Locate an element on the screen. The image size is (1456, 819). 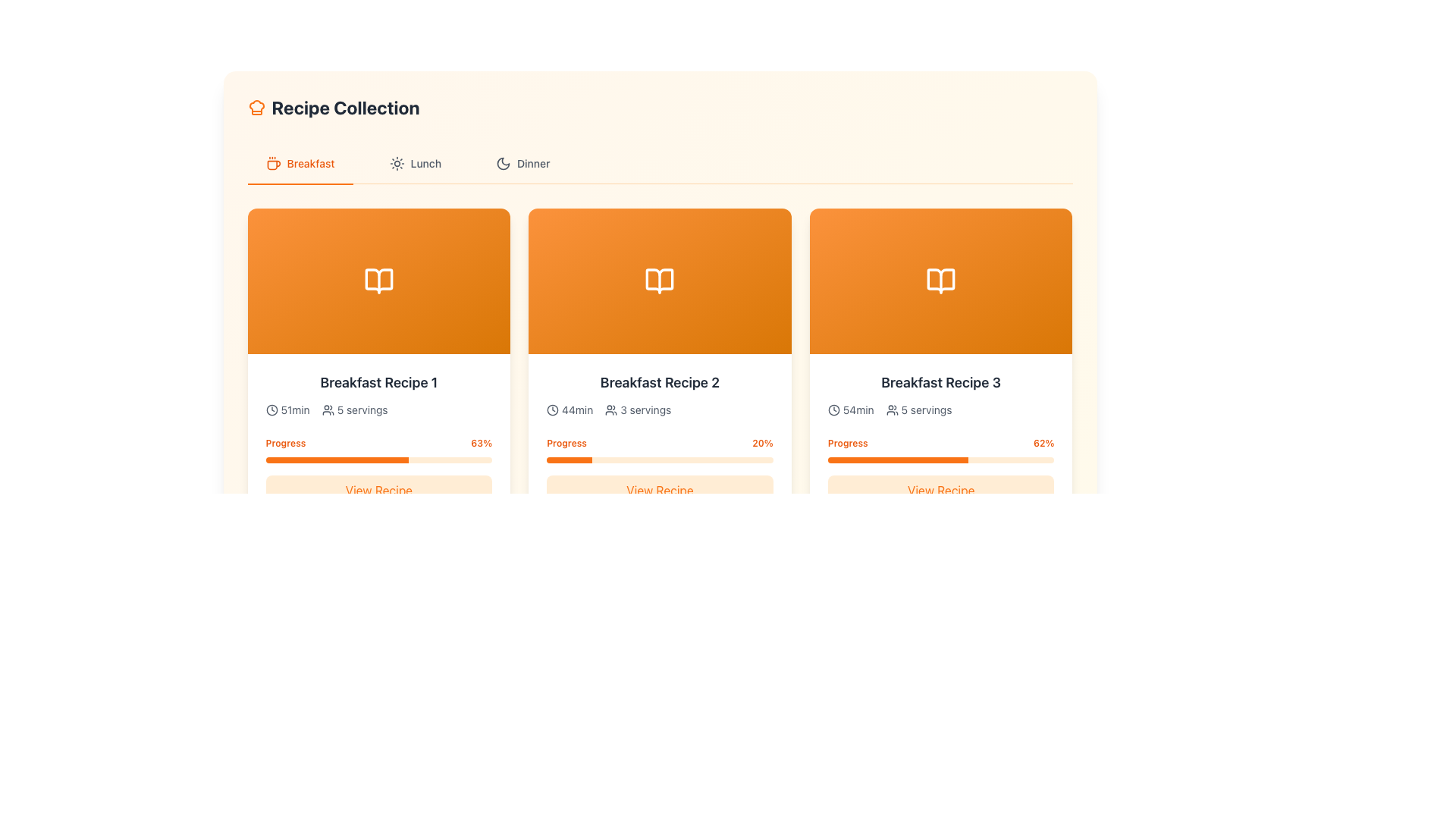
the SVG icon representing a group of people, which is located to the left of the '5 servings' text label, under the title 'Breakfast Recipe 3' is located at coordinates (892, 409).